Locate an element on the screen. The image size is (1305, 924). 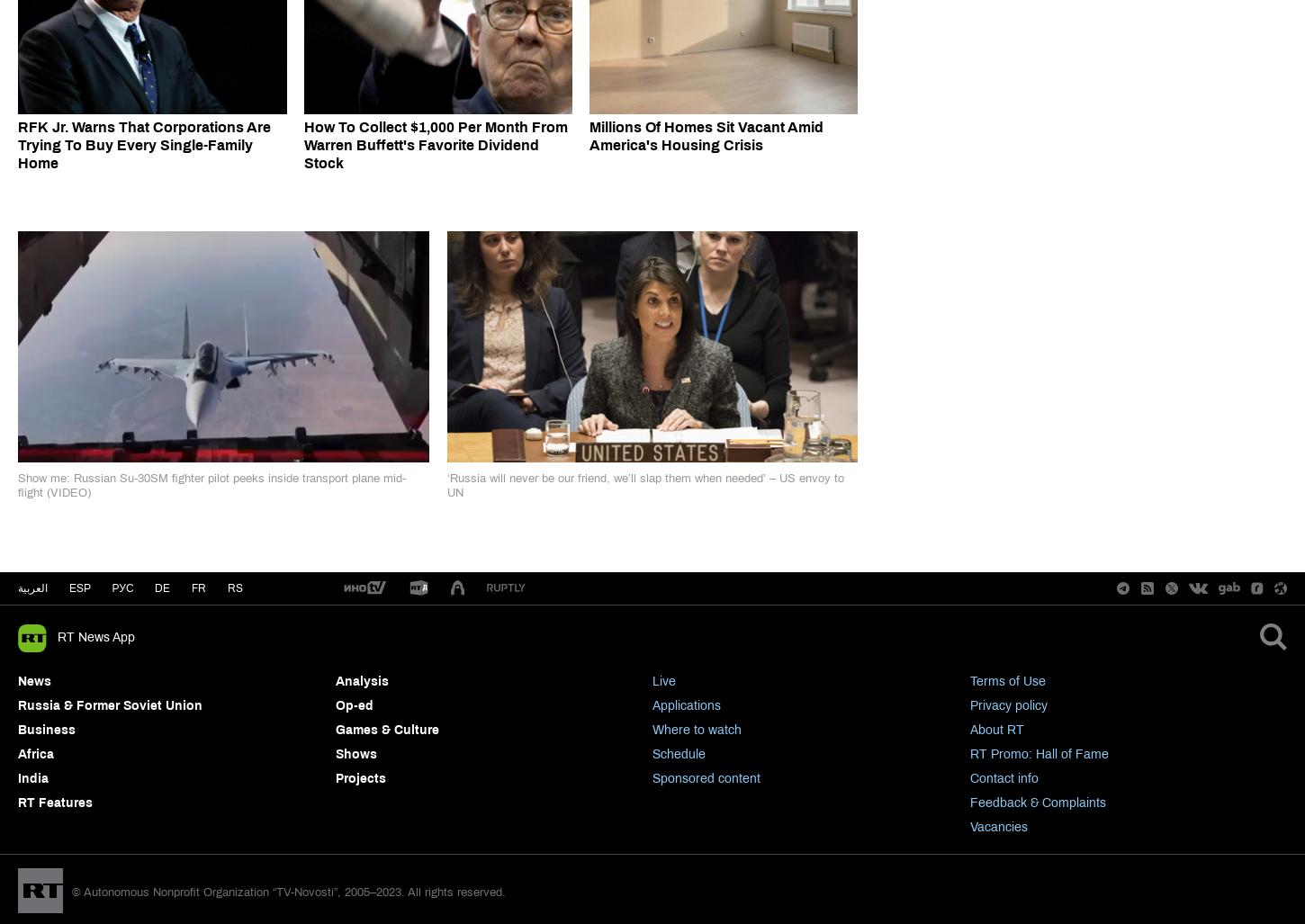
'Millions Of Homes Sit Vacant Amid America's Housing Crisis' is located at coordinates (588, 135).